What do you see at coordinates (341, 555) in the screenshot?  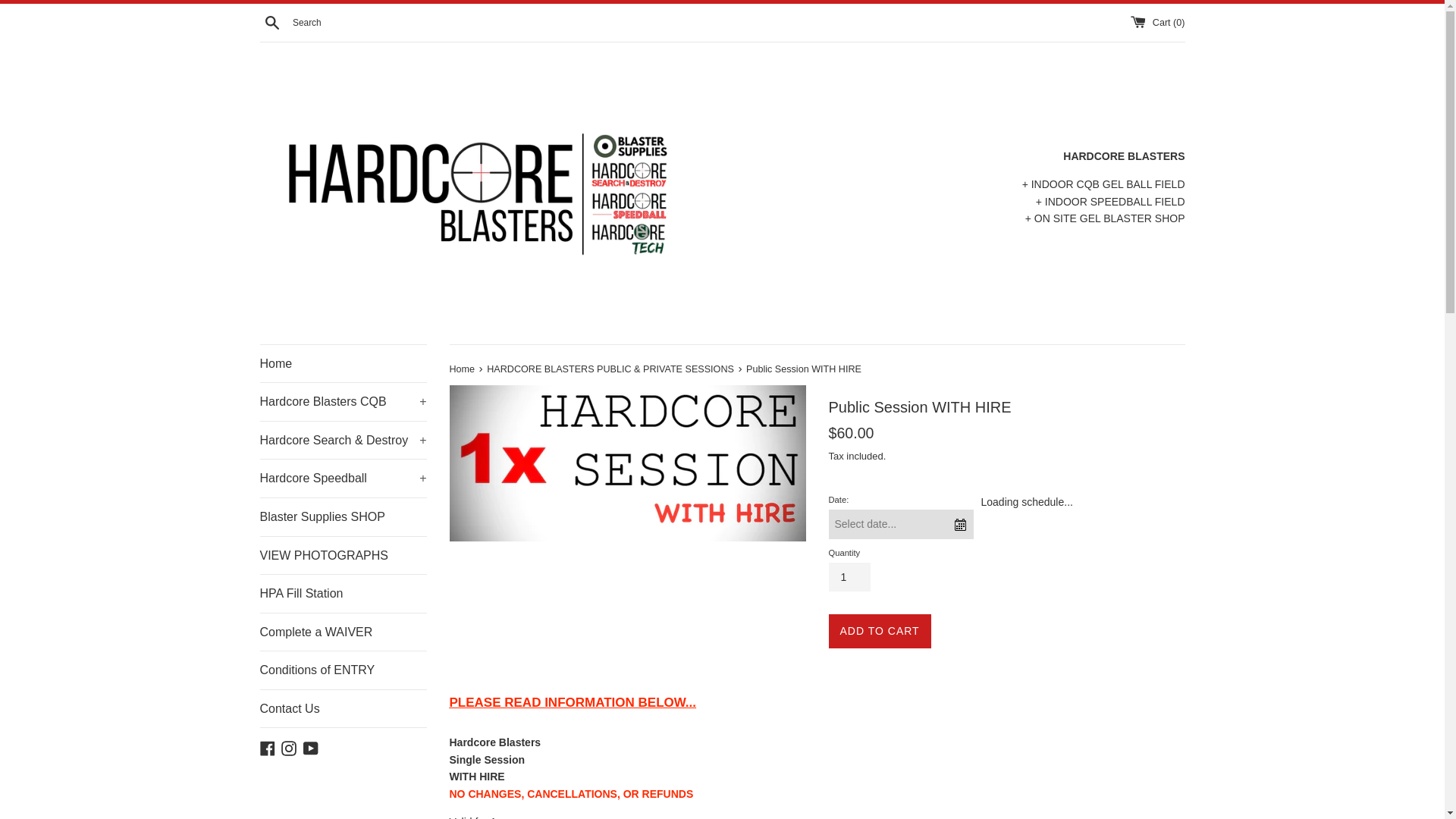 I see `'VIEW PHOTOGRAPHS'` at bounding box center [341, 555].